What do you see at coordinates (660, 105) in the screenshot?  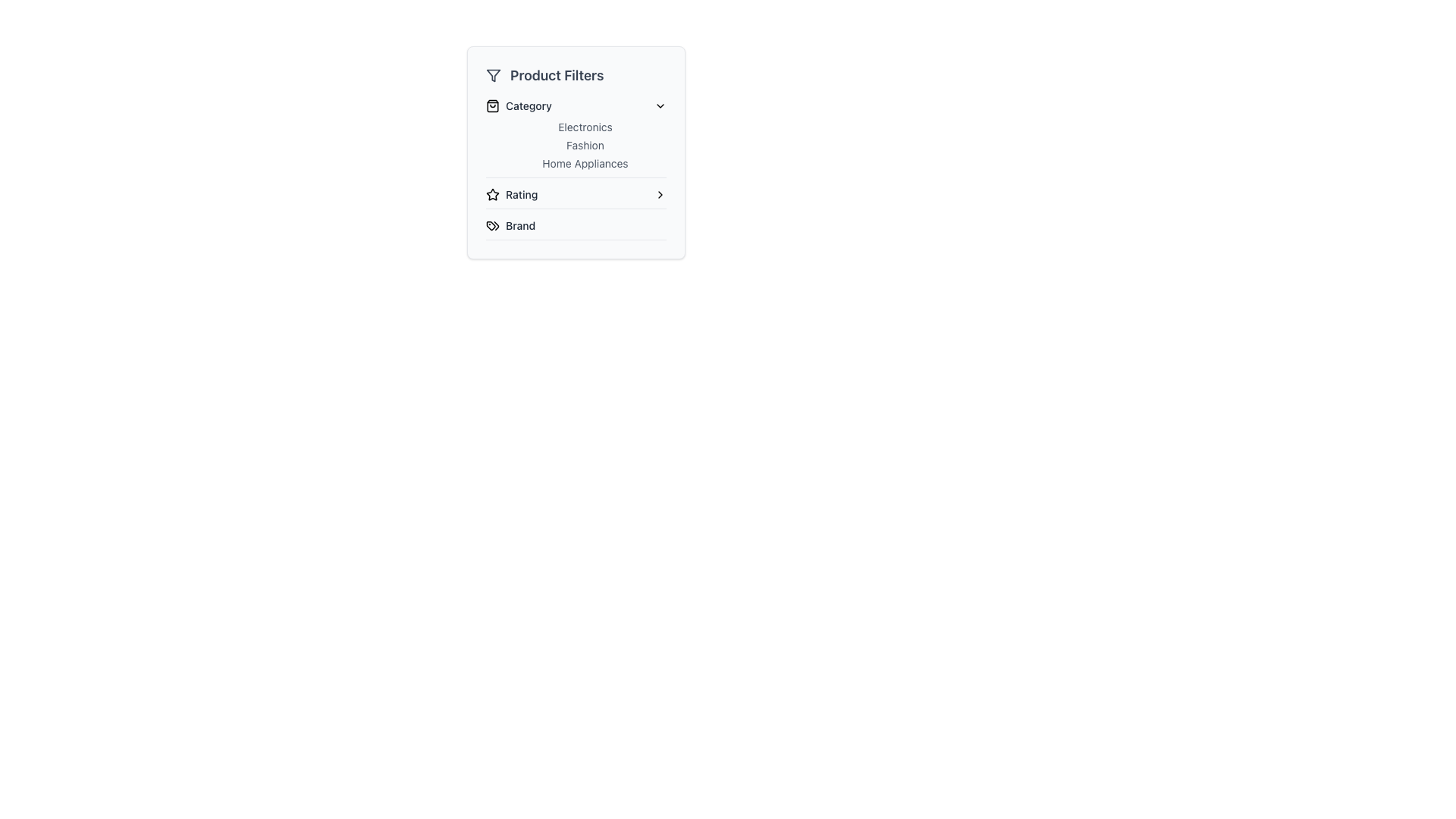 I see `the downwards-pointing chevron icon next to the 'Category' label in the 'Product Filters' section` at bounding box center [660, 105].